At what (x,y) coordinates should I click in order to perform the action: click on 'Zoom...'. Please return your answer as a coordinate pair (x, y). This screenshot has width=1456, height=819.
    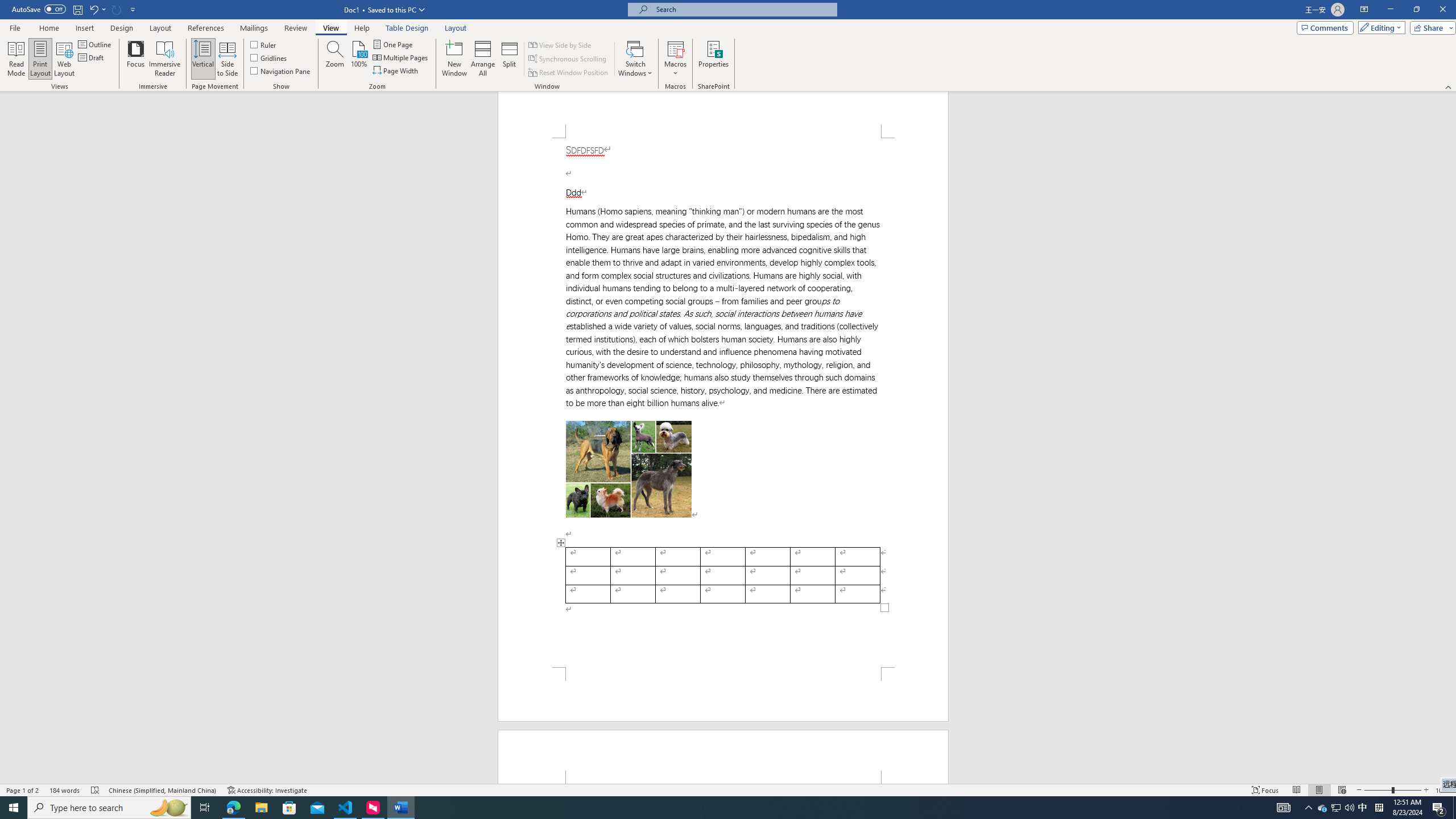
    Looking at the image, I should click on (334, 59).